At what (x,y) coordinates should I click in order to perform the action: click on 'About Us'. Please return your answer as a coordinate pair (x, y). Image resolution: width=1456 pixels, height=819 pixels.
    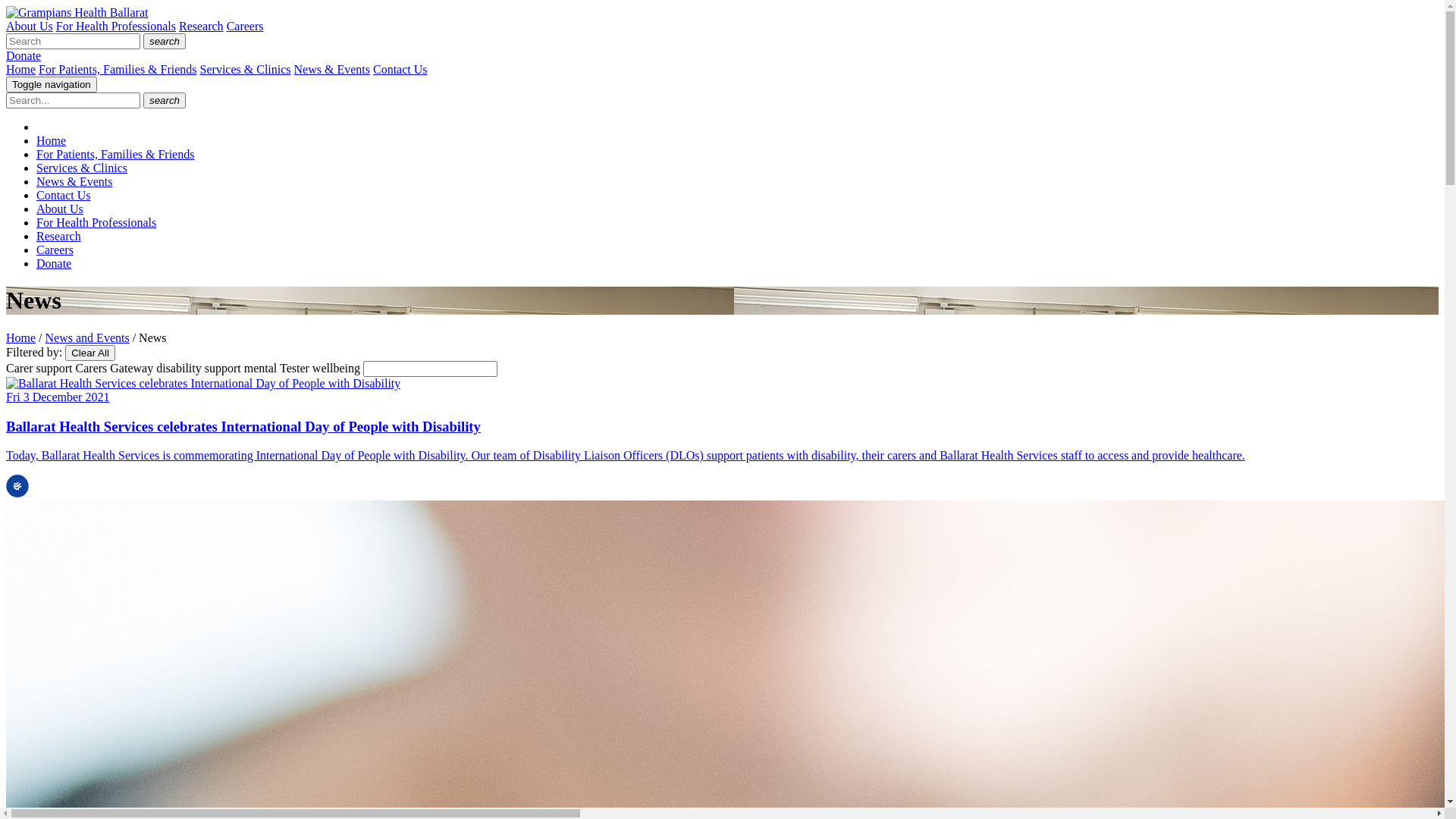
    Looking at the image, I should click on (59, 209).